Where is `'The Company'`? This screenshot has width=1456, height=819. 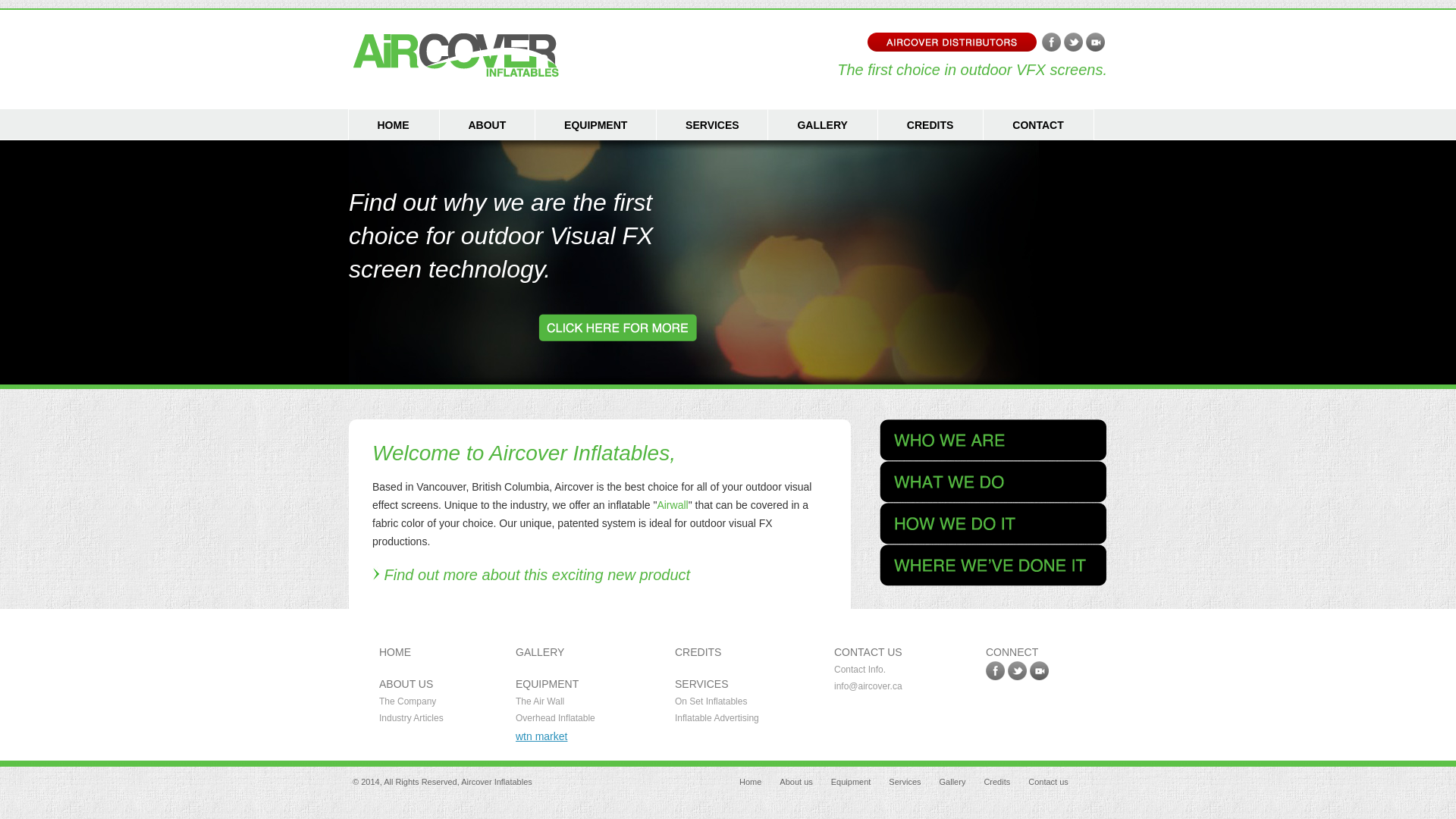 'The Company' is located at coordinates (407, 701).